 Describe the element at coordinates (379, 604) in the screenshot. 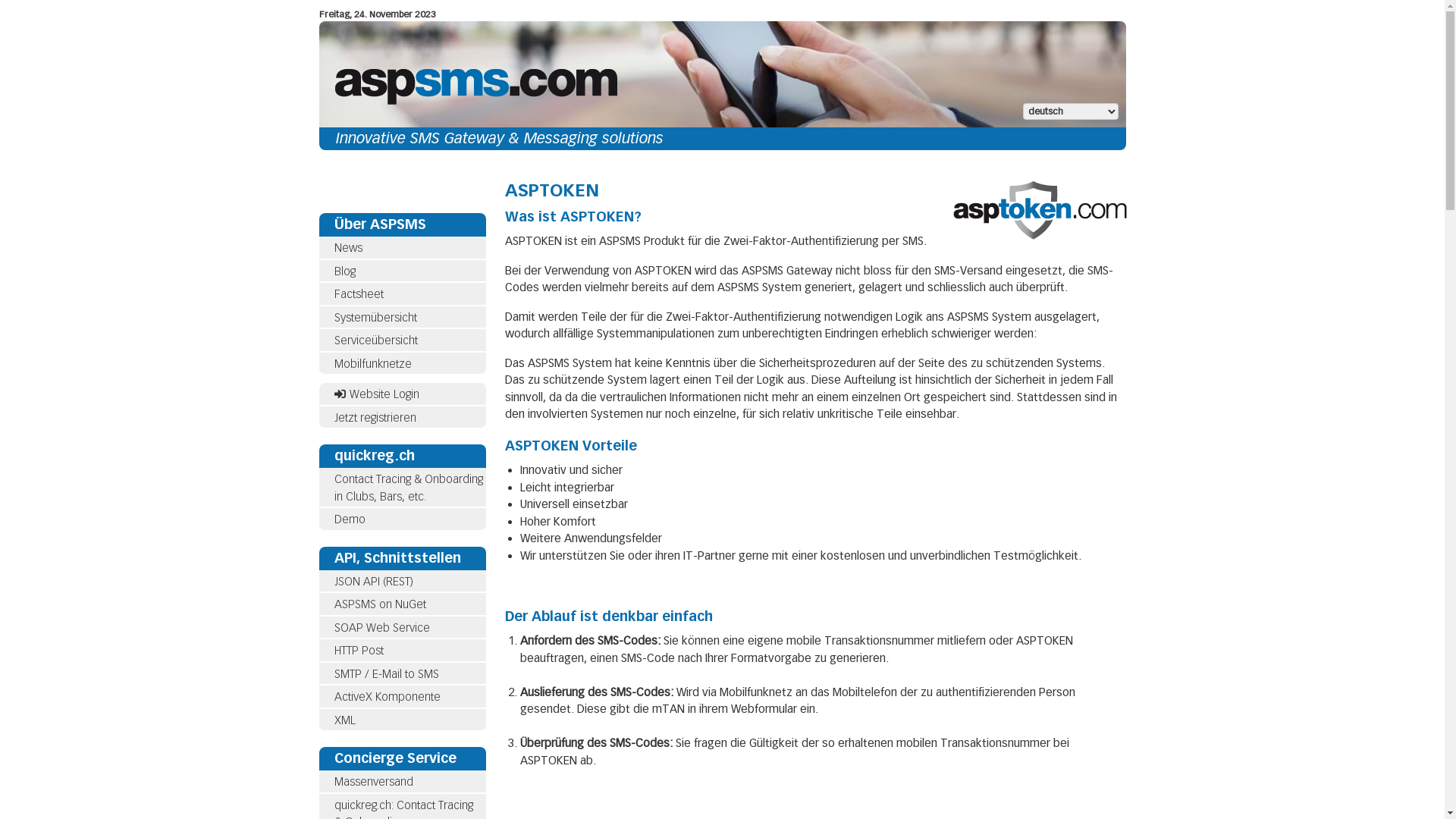

I see `'ASPSMS on NuGet'` at that location.